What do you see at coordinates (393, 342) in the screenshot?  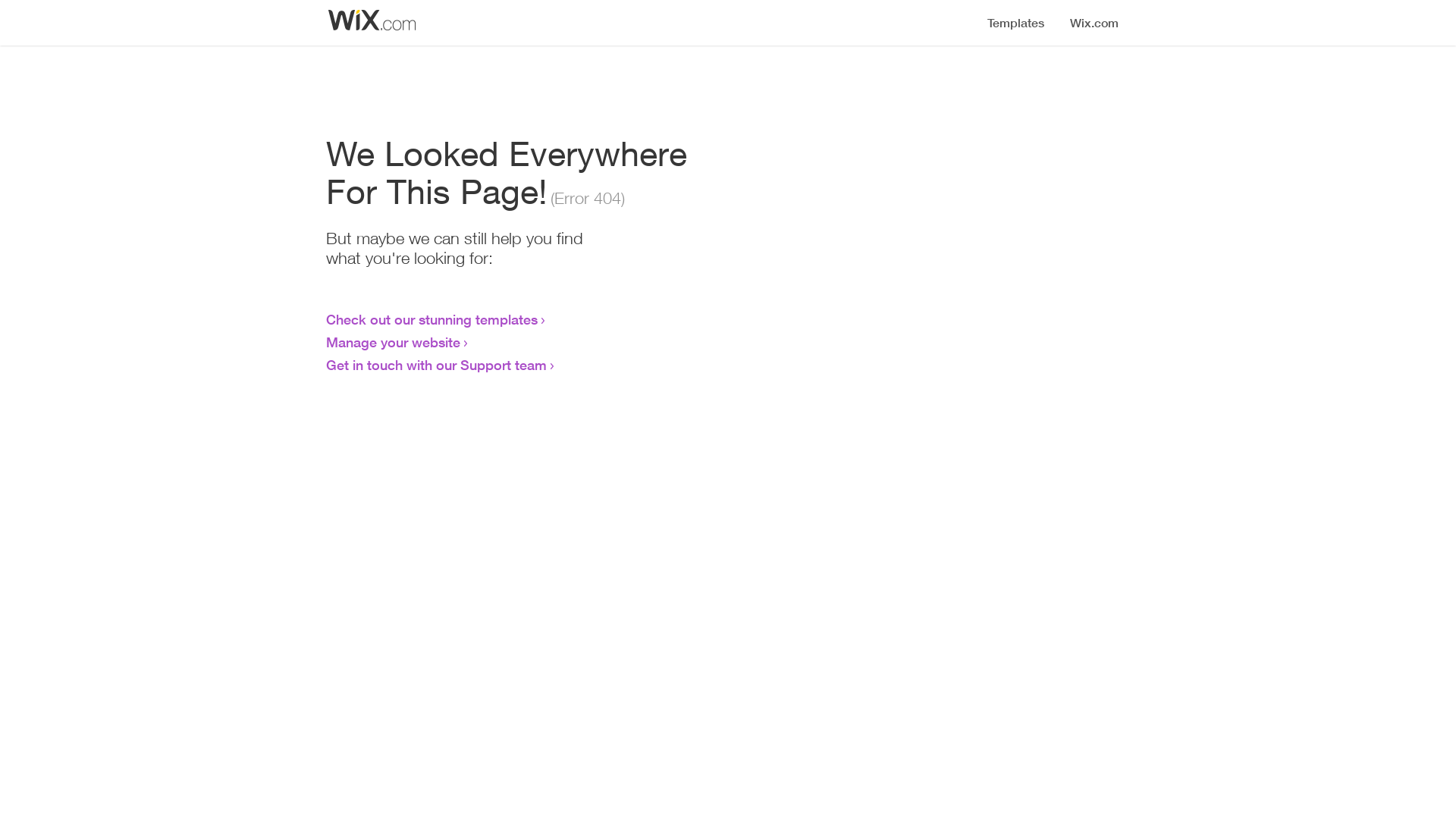 I see `'Manage your website'` at bounding box center [393, 342].